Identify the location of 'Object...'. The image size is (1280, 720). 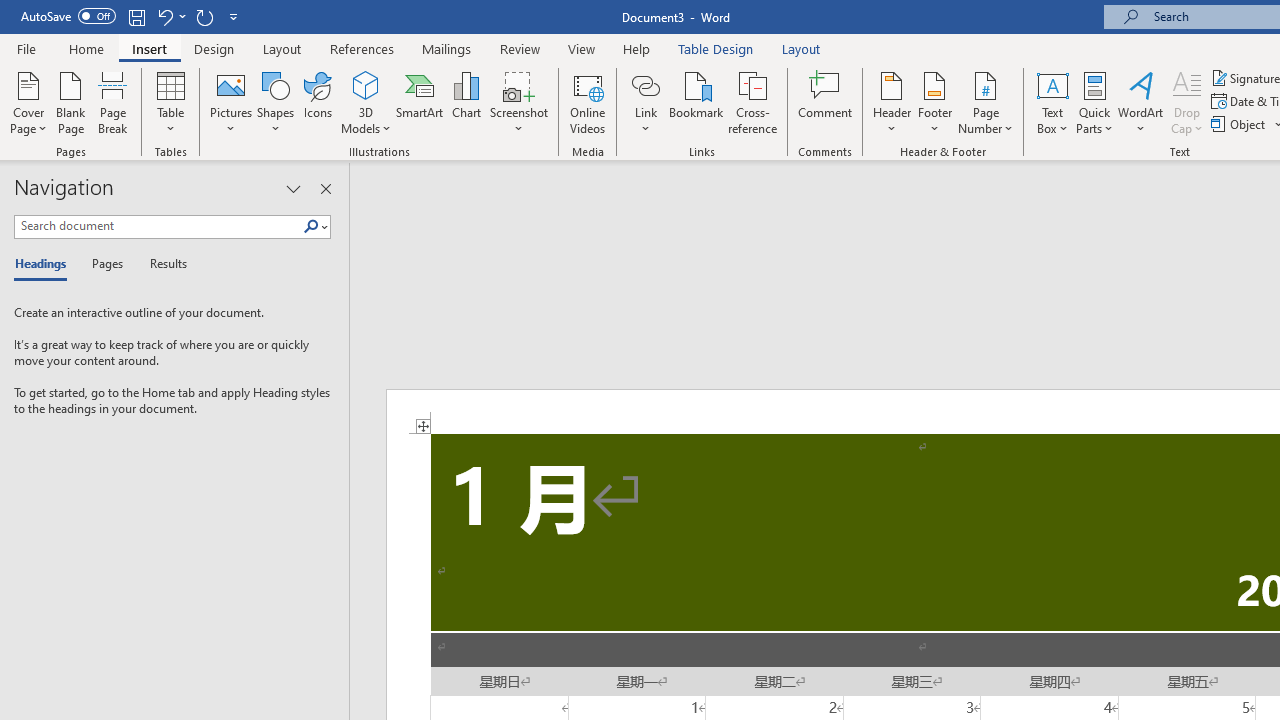
(1239, 124).